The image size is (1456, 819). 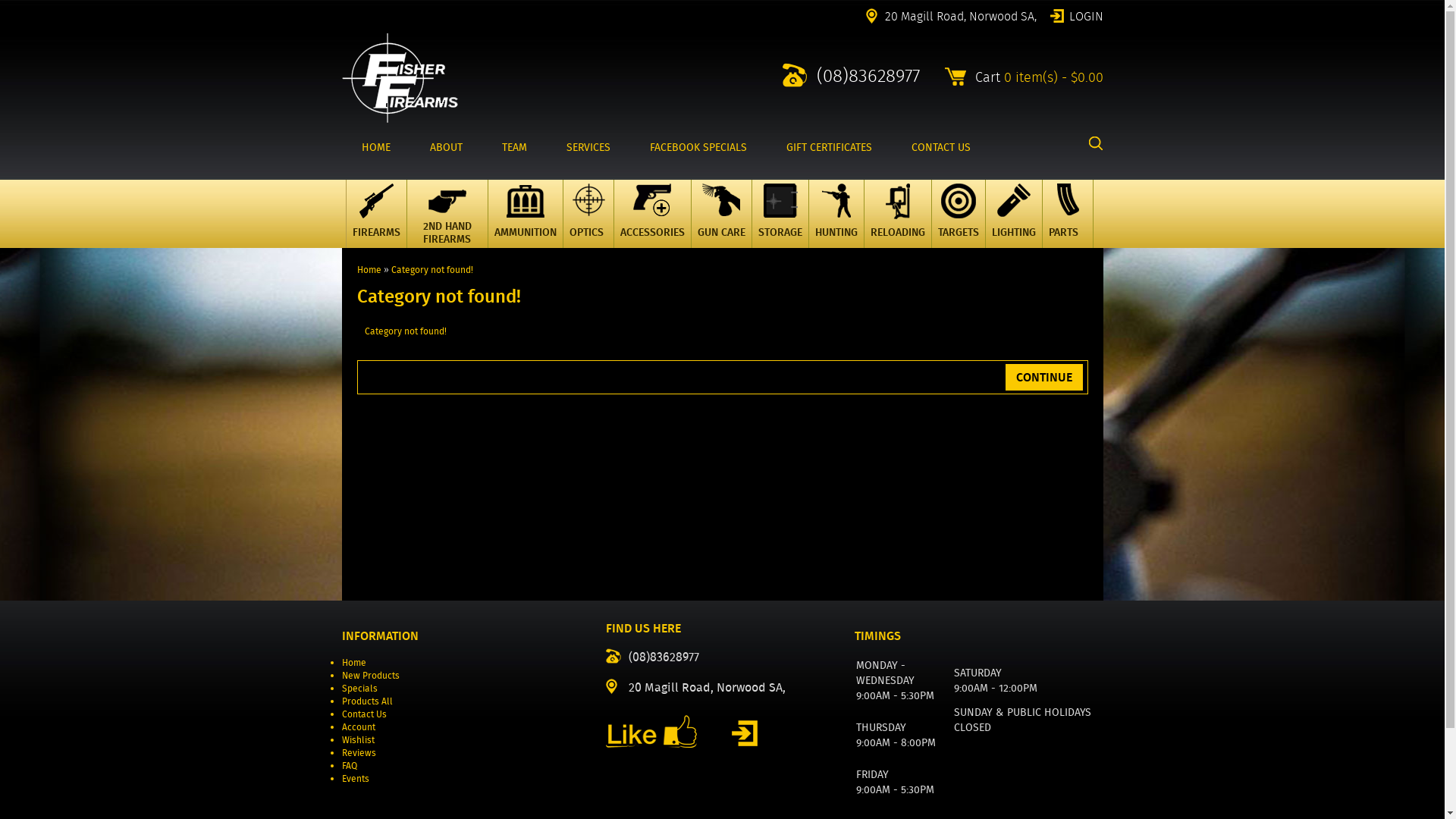 What do you see at coordinates (375, 147) in the screenshot?
I see `'HOME'` at bounding box center [375, 147].